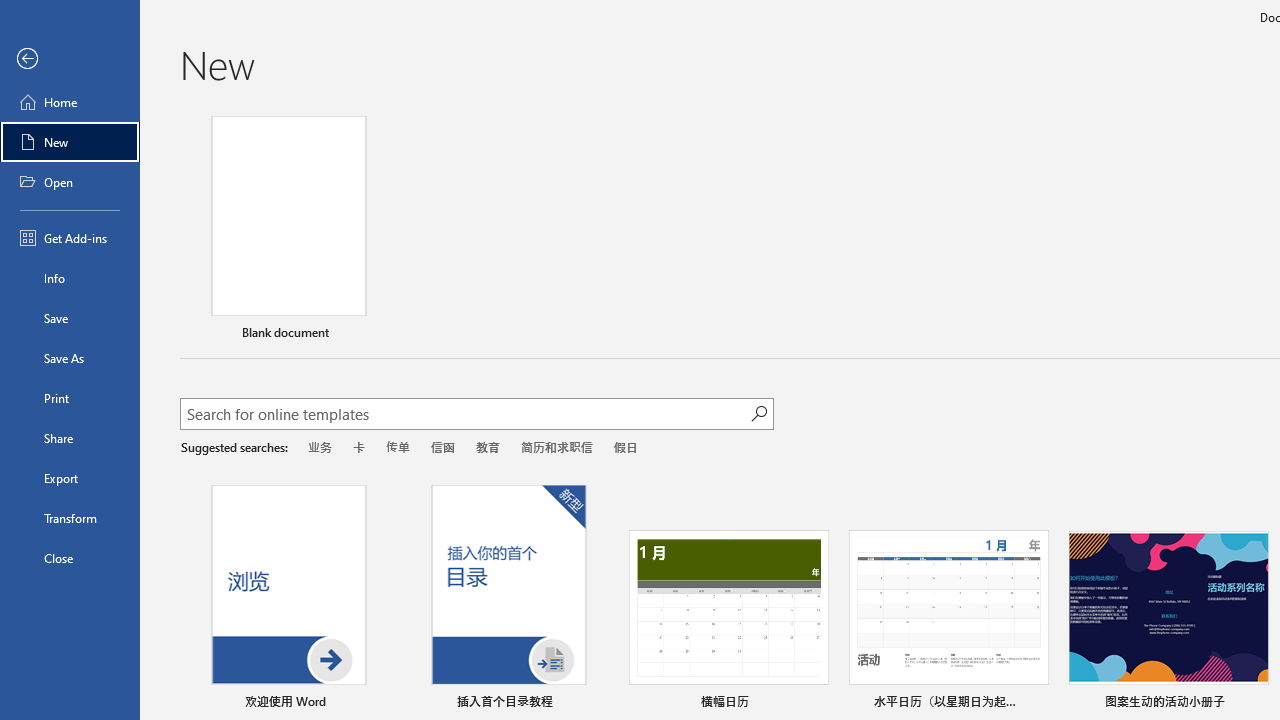 Image resolution: width=1280 pixels, height=720 pixels. Describe the element at coordinates (287, 230) in the screenshot. I see `'Blank document'` at that location.